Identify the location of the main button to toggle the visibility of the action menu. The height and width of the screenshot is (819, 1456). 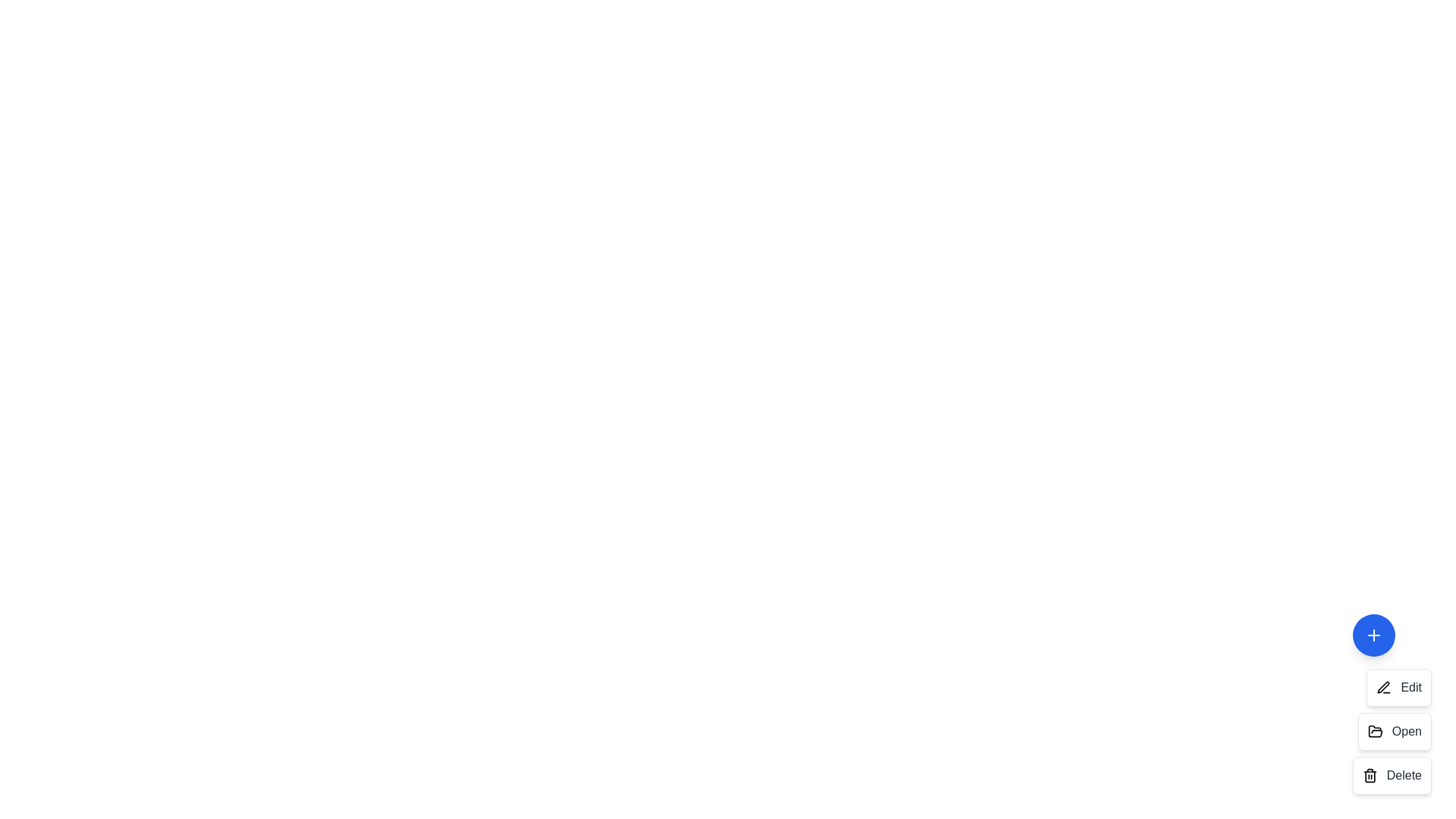
(1373, 635).